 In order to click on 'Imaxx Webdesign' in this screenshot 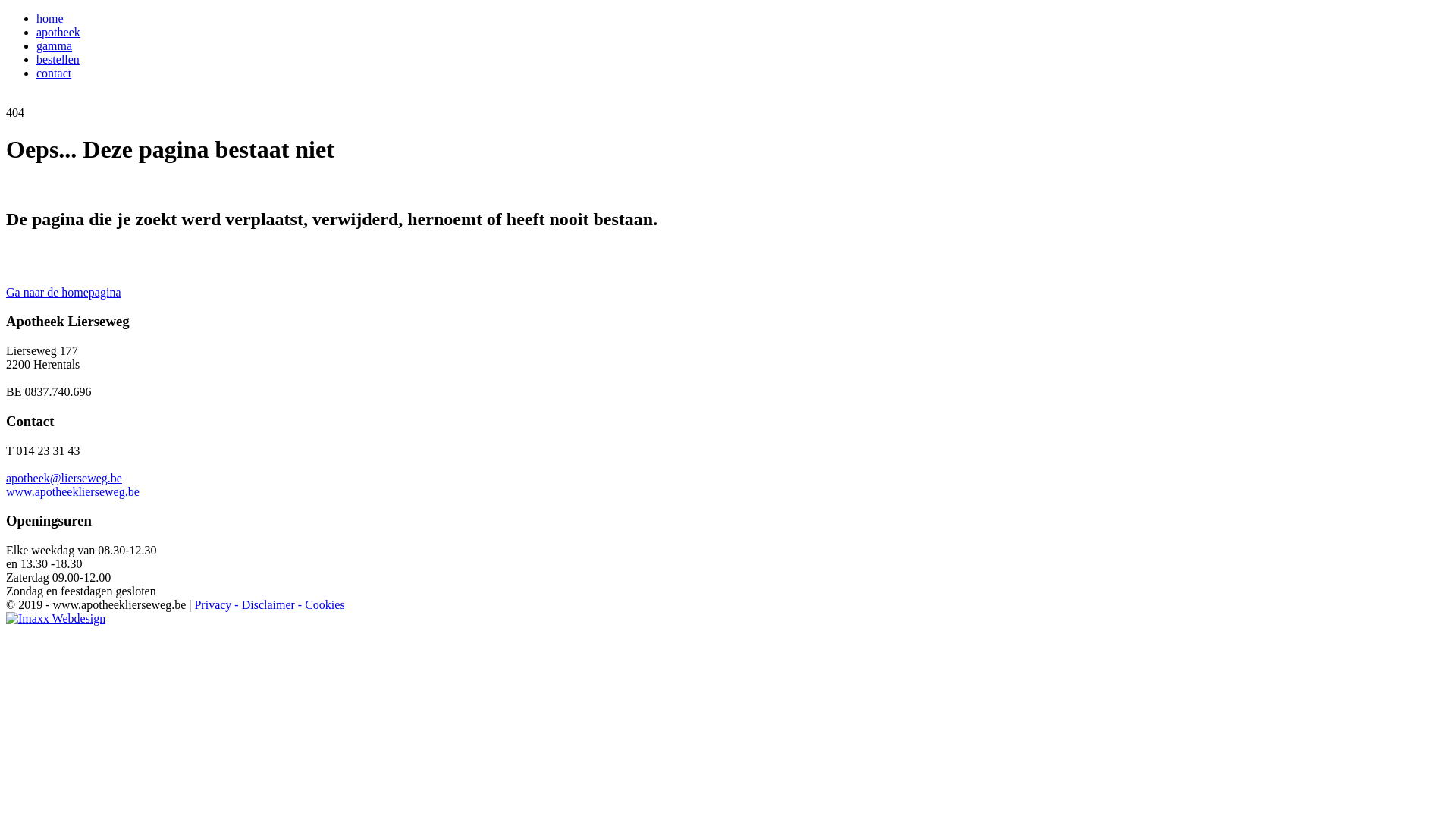, I will do `click(55, 618)`.